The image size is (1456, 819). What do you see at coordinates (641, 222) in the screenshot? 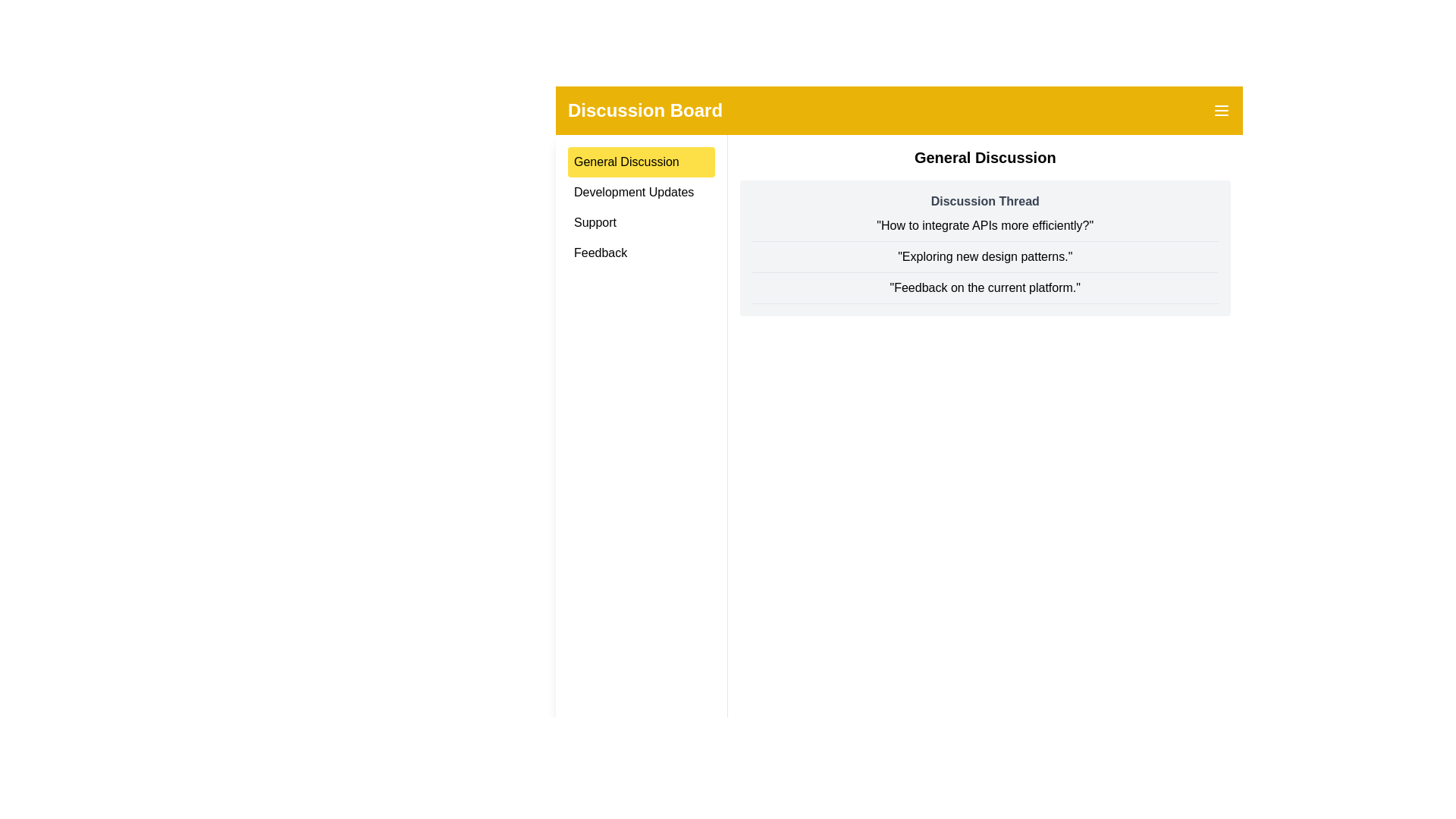
I see `the topic Support in the sidebar to select it` at bounding box center [641, 222].